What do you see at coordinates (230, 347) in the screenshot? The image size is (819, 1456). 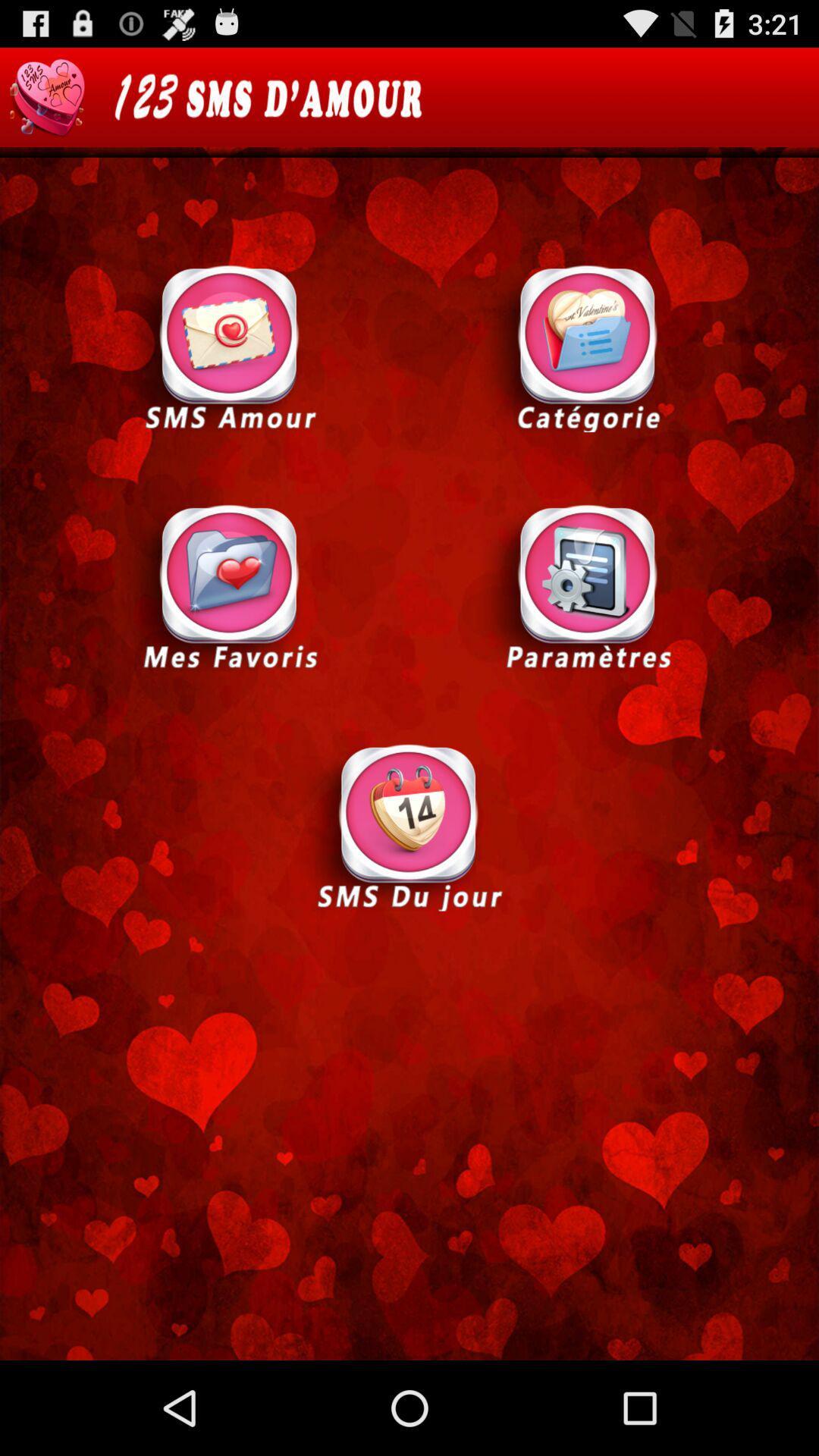 I see `sms button` at bounding box center [230, 347].